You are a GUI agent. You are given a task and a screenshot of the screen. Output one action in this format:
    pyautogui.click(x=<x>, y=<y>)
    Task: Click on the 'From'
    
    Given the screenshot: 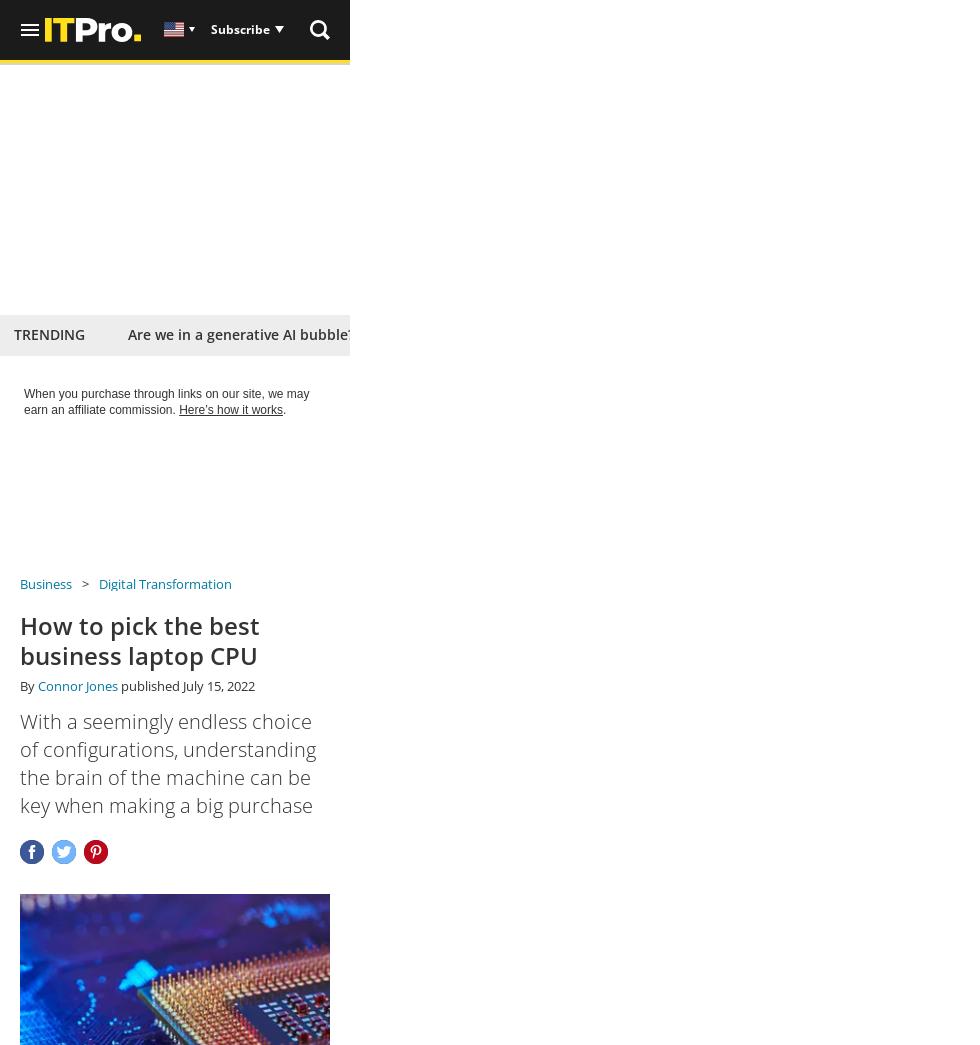 What is the action you would take?
    pyautogui.click(x=131, y=540)
    